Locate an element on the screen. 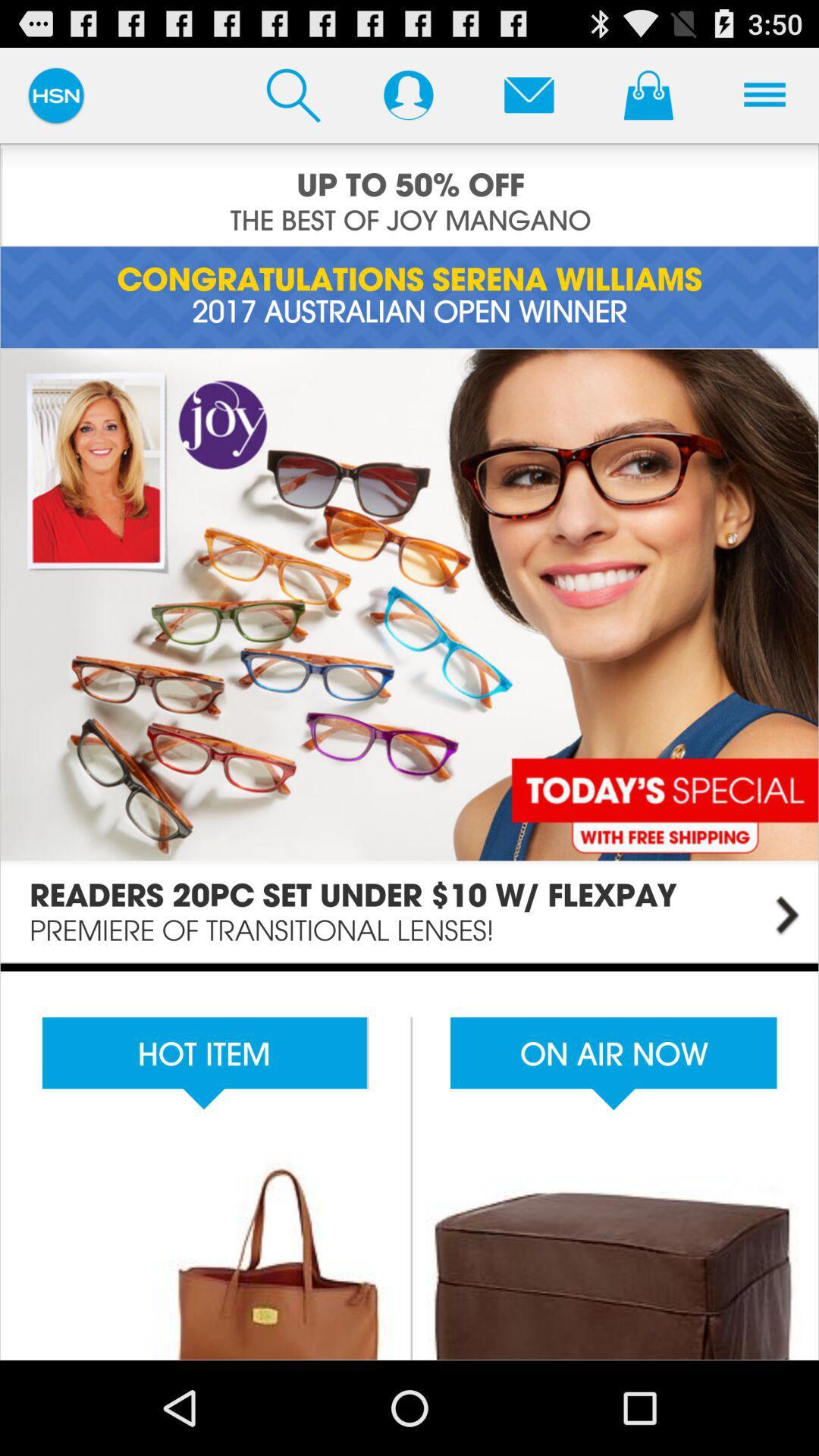 The width and height of the screenshot is (819, 1456). open main site is located at coordinates (409, 655).